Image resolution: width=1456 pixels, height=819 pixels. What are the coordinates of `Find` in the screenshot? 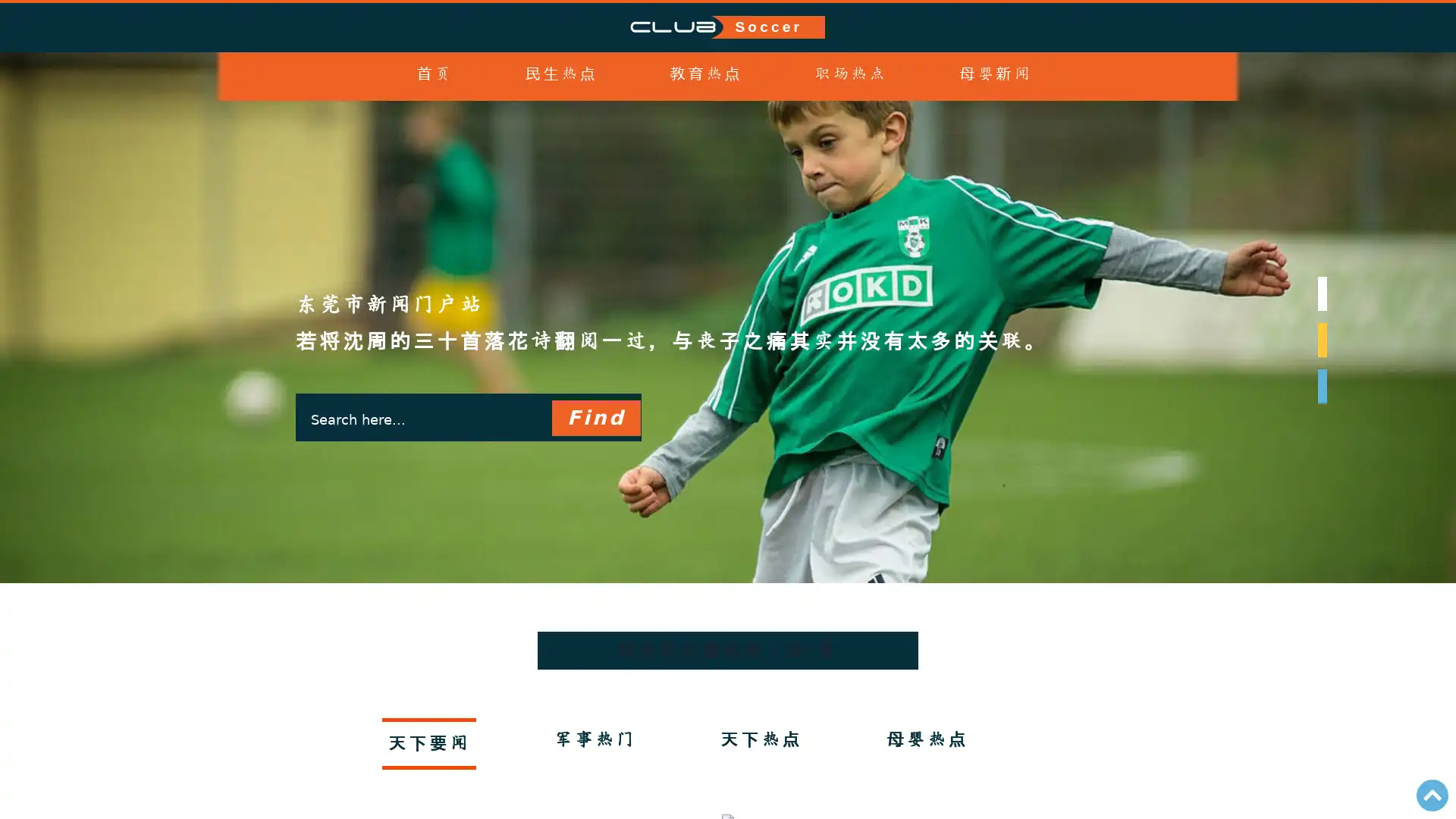 It's located at (595, 446).